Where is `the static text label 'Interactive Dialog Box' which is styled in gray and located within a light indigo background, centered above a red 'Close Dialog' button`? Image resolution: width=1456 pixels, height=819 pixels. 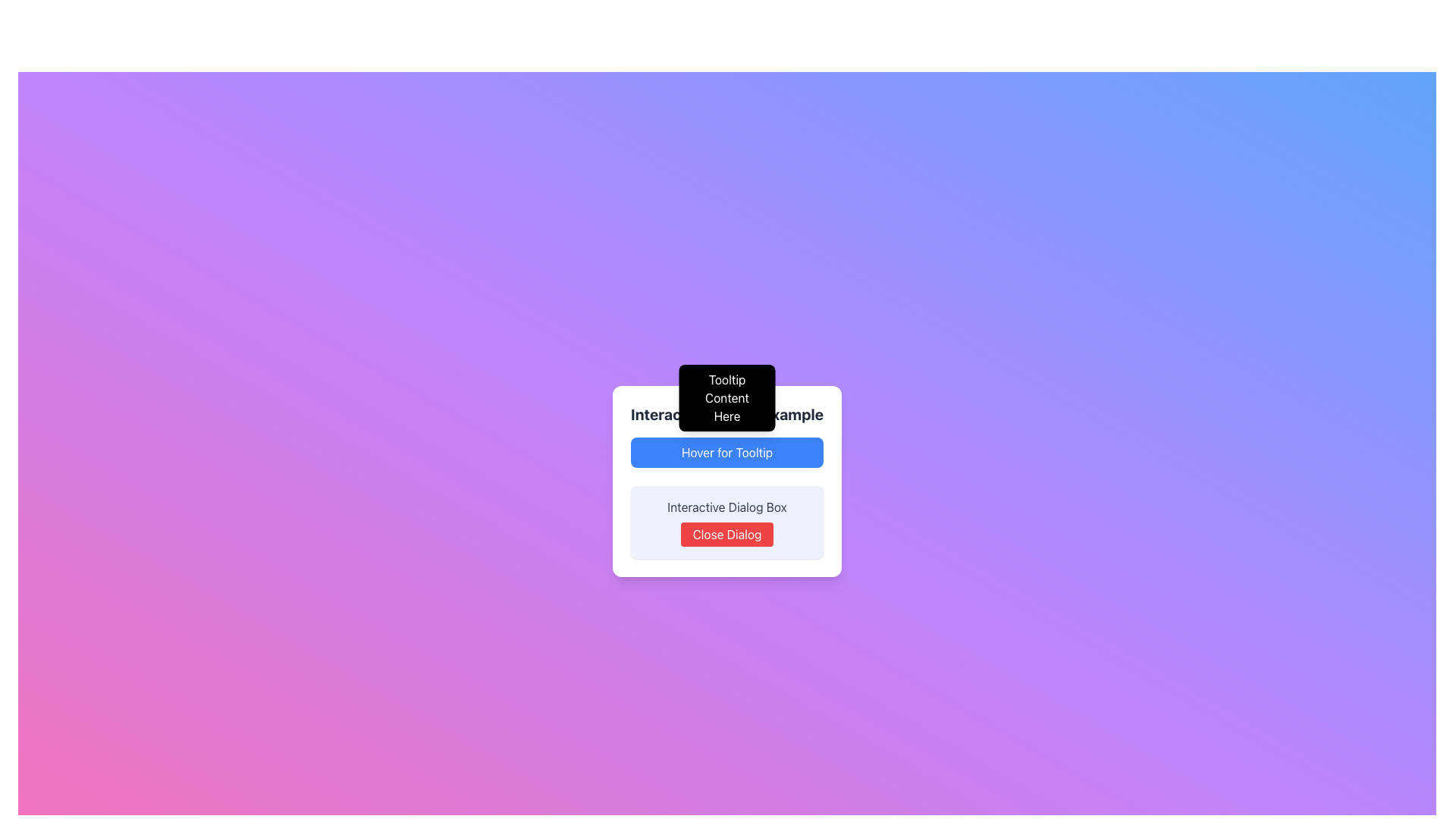
the static text label 'Interactive Dialog Box' which is styled in gray and located within a light indigo background, centered above a red 'Close Dialog' button is located at coordinates (726, 507).